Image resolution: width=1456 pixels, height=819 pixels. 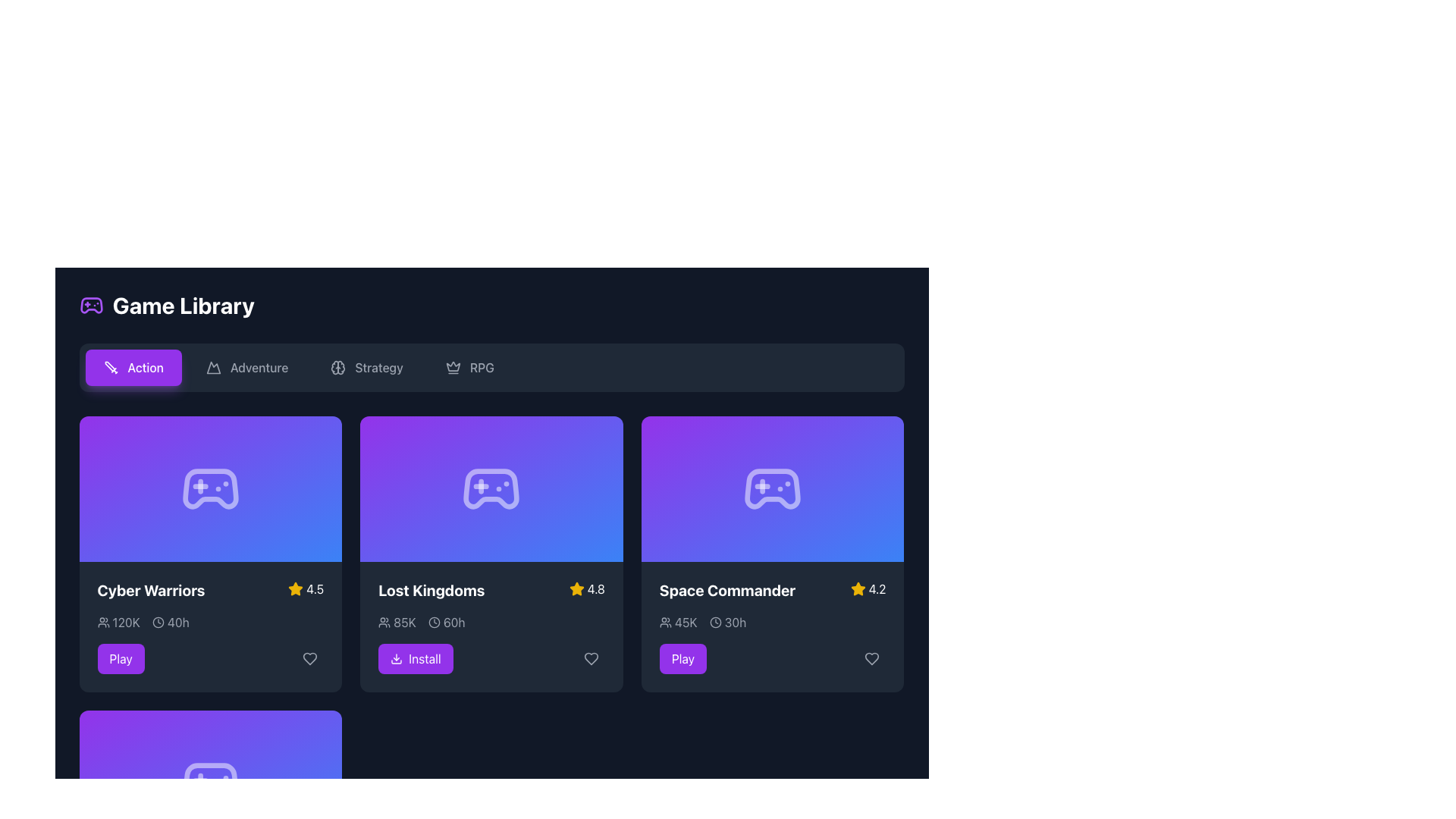 I want to click on the heart icon in the bottom right corner of the 'Space Commander' game card, so click(x=872, y=657).